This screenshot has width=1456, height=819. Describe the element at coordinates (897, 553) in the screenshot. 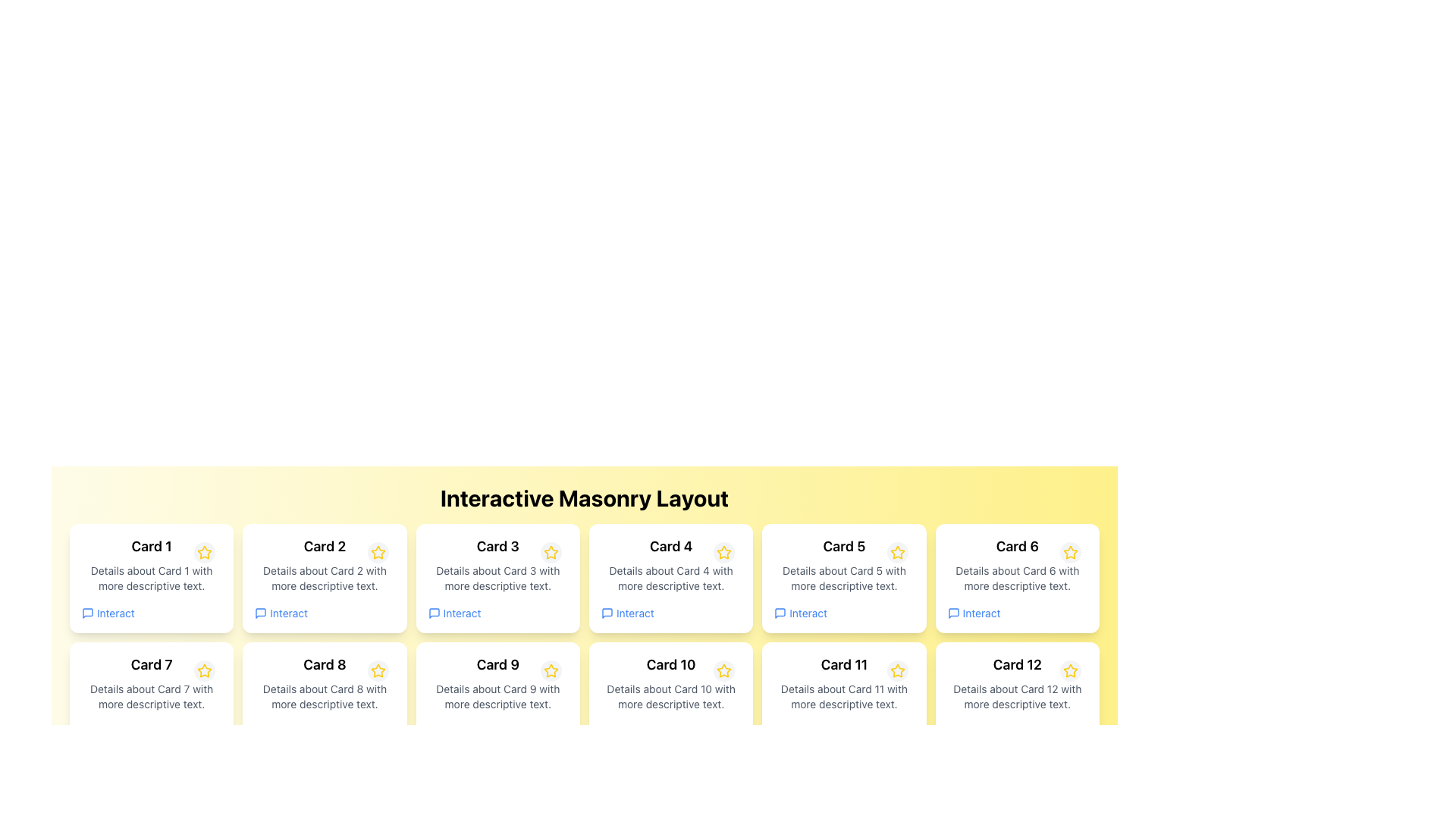

I see `the yellow star icon with a white fill and yellow outline located in the top-right corner of 'Card 5'` at that location.